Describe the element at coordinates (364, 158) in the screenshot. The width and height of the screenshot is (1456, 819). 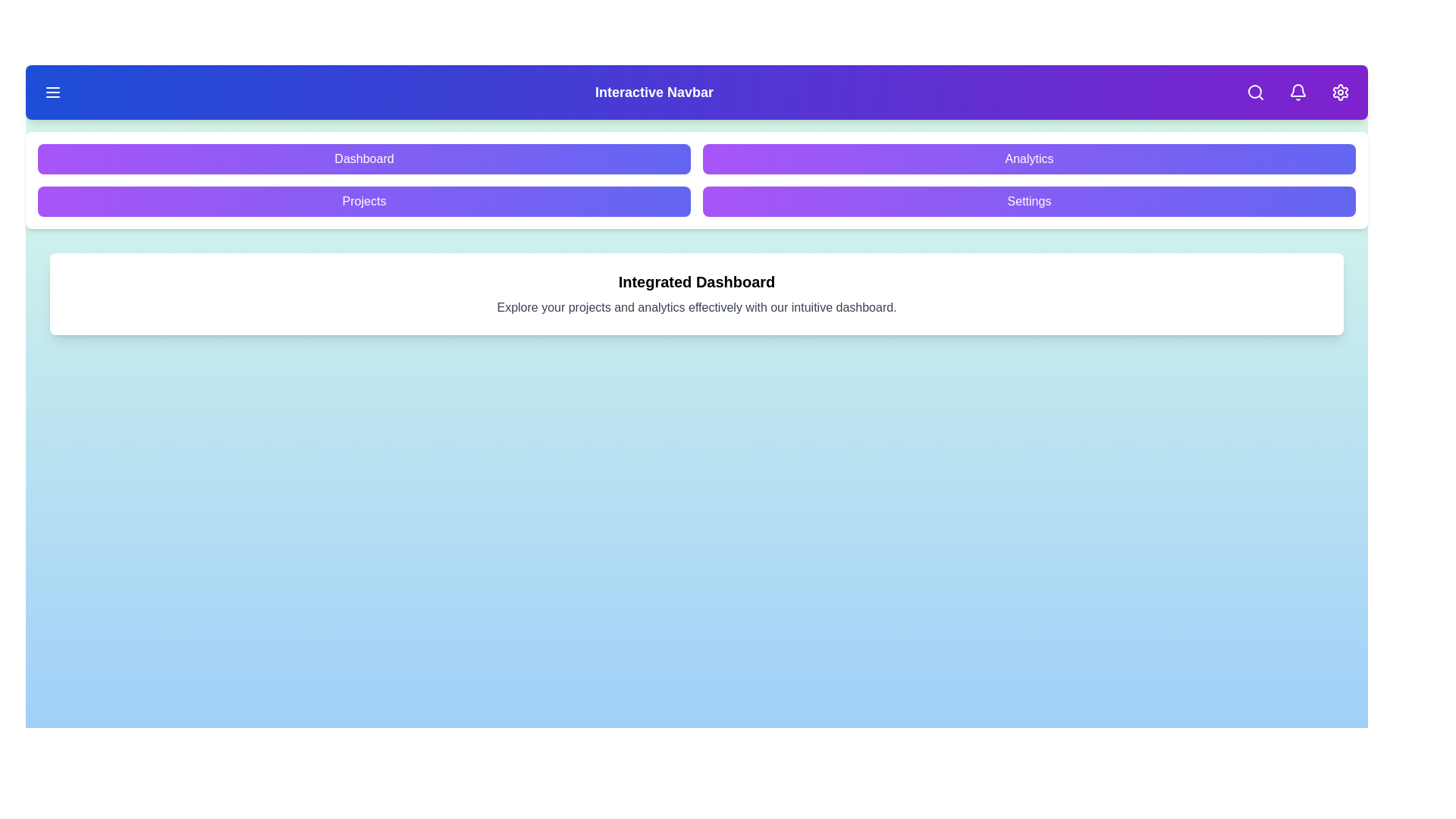
I see `the 'Dashboard' button` at that location.